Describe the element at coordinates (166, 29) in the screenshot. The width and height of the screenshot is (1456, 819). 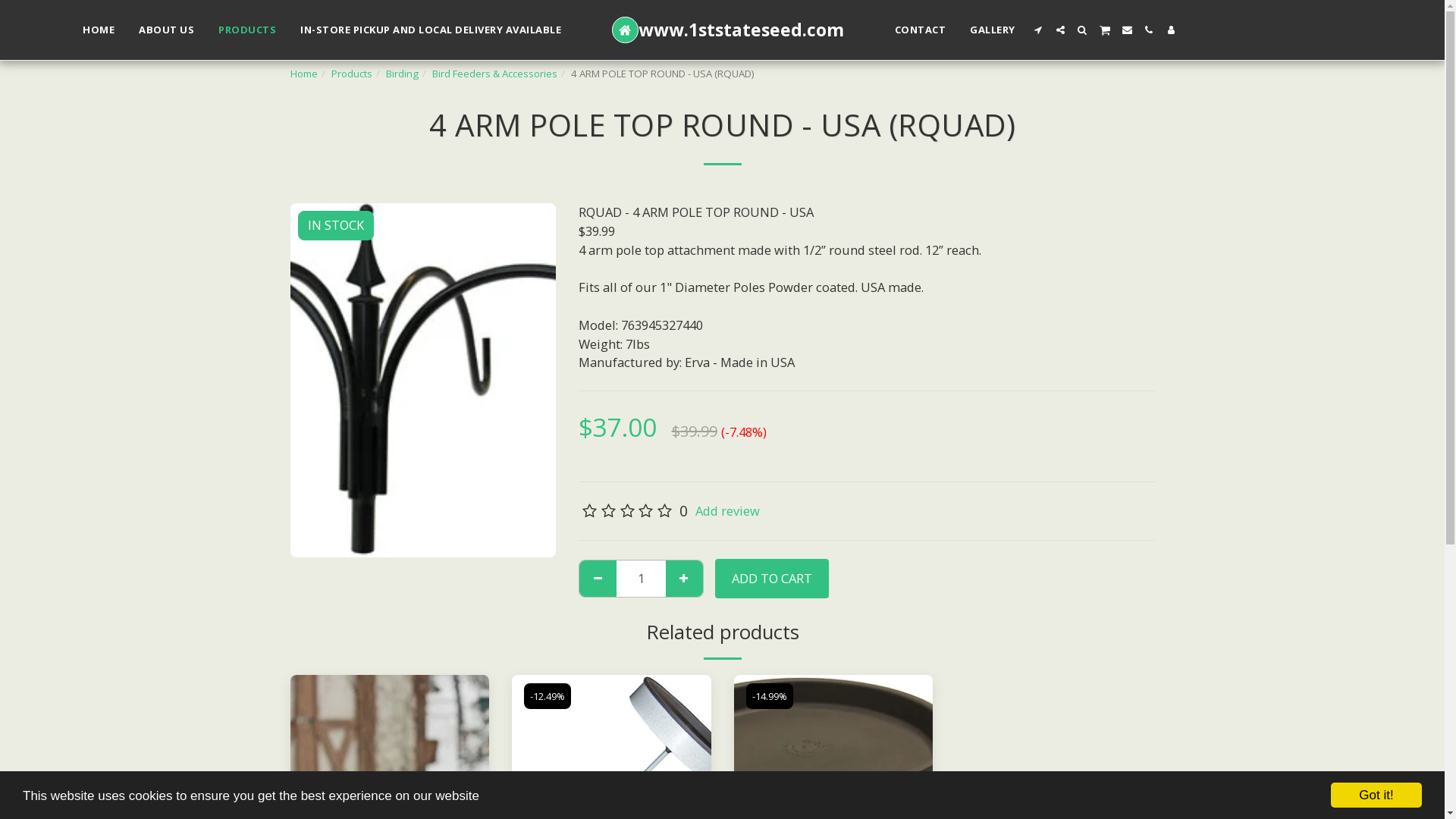
I see `'ABOUT US'` at that location.